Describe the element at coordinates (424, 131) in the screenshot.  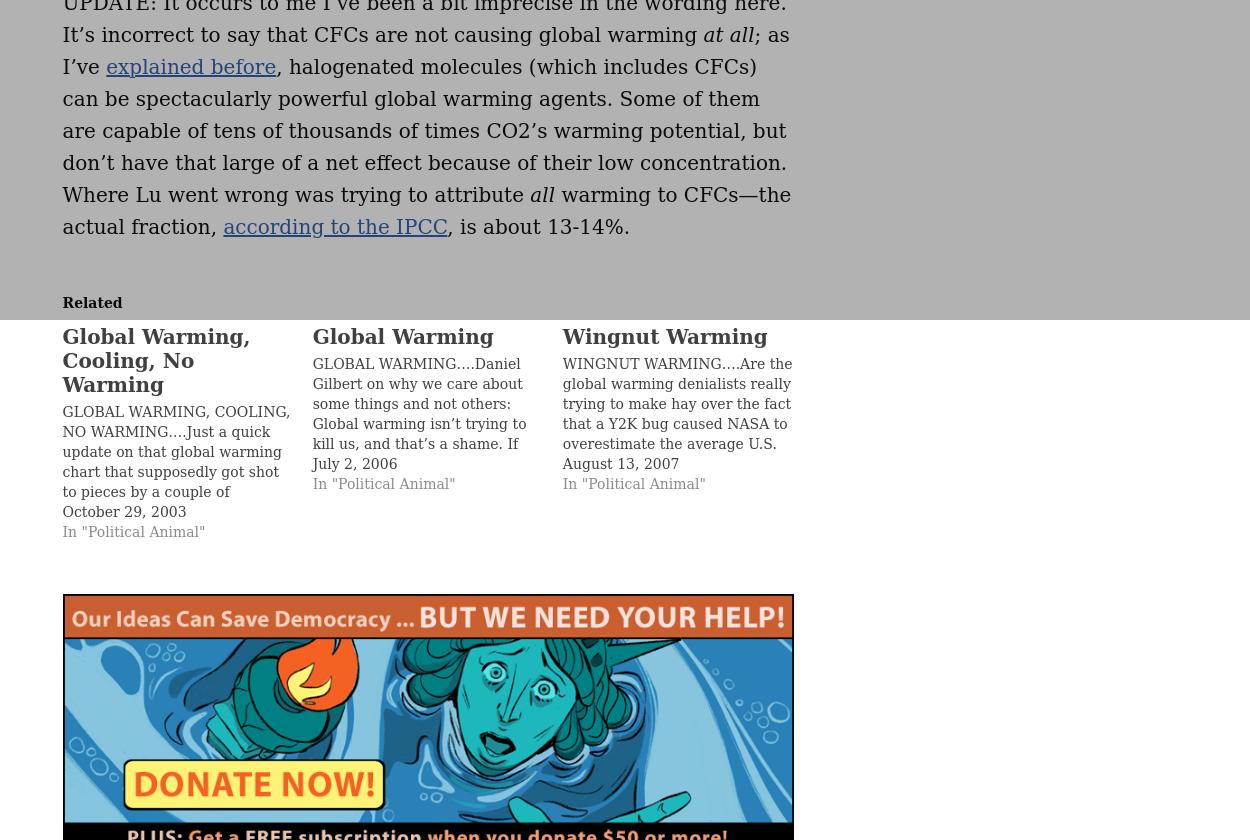
I see `', halogenated molecules (which includes CFCs) can be spectacularly powerful global warming agents. Some of them are capable of tens of thousands of times CO2’s warming potential, but don’t have that large of a net effect because of their low concentration. Where Lu went wrong was trying to attribute'` at that location.